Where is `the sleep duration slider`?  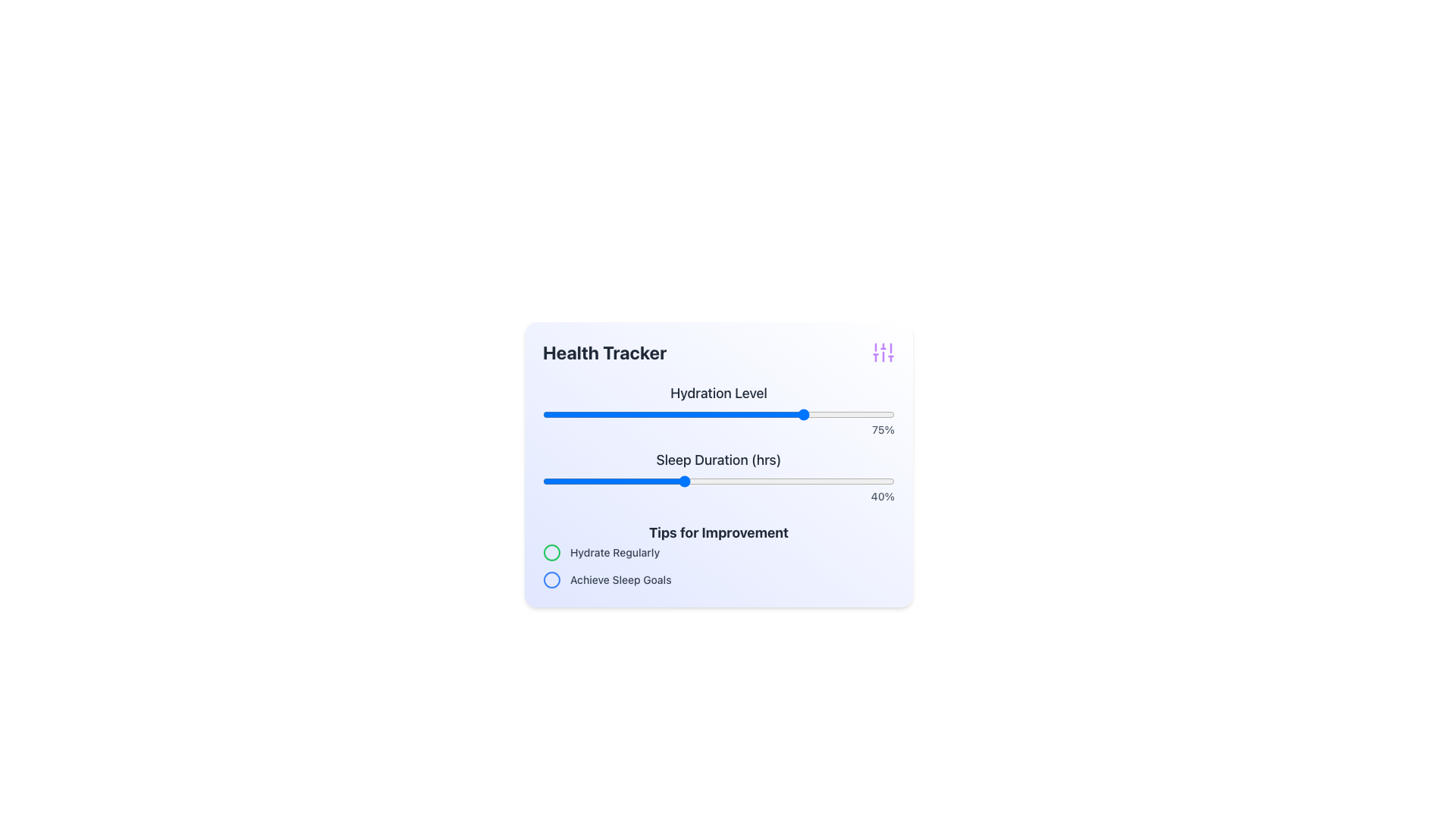 the sleep duration slider is located at coordinates (761, 482).